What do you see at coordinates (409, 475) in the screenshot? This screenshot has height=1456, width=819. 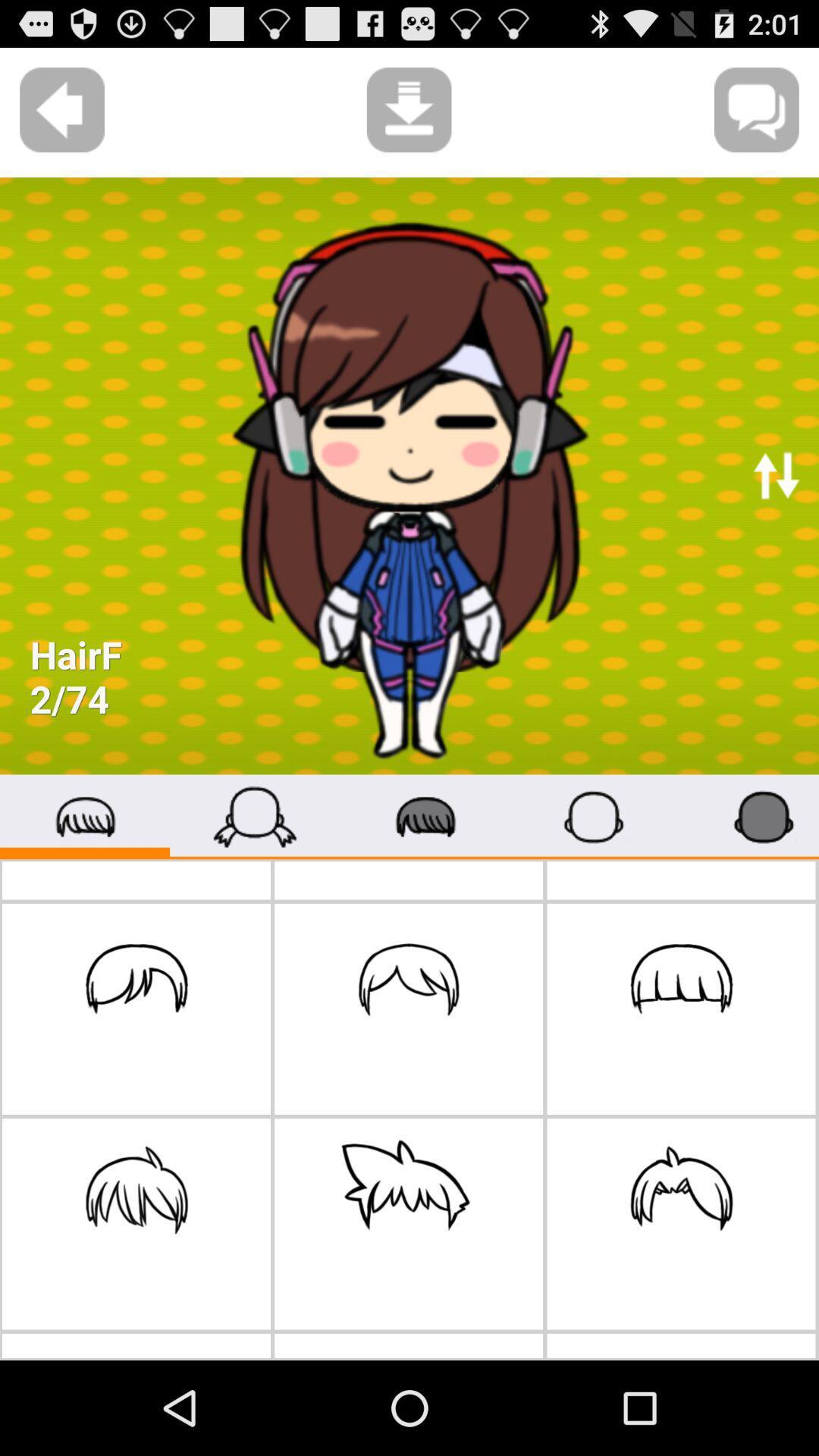 I see `the first image on the web page` at bounding box center [409, 475].